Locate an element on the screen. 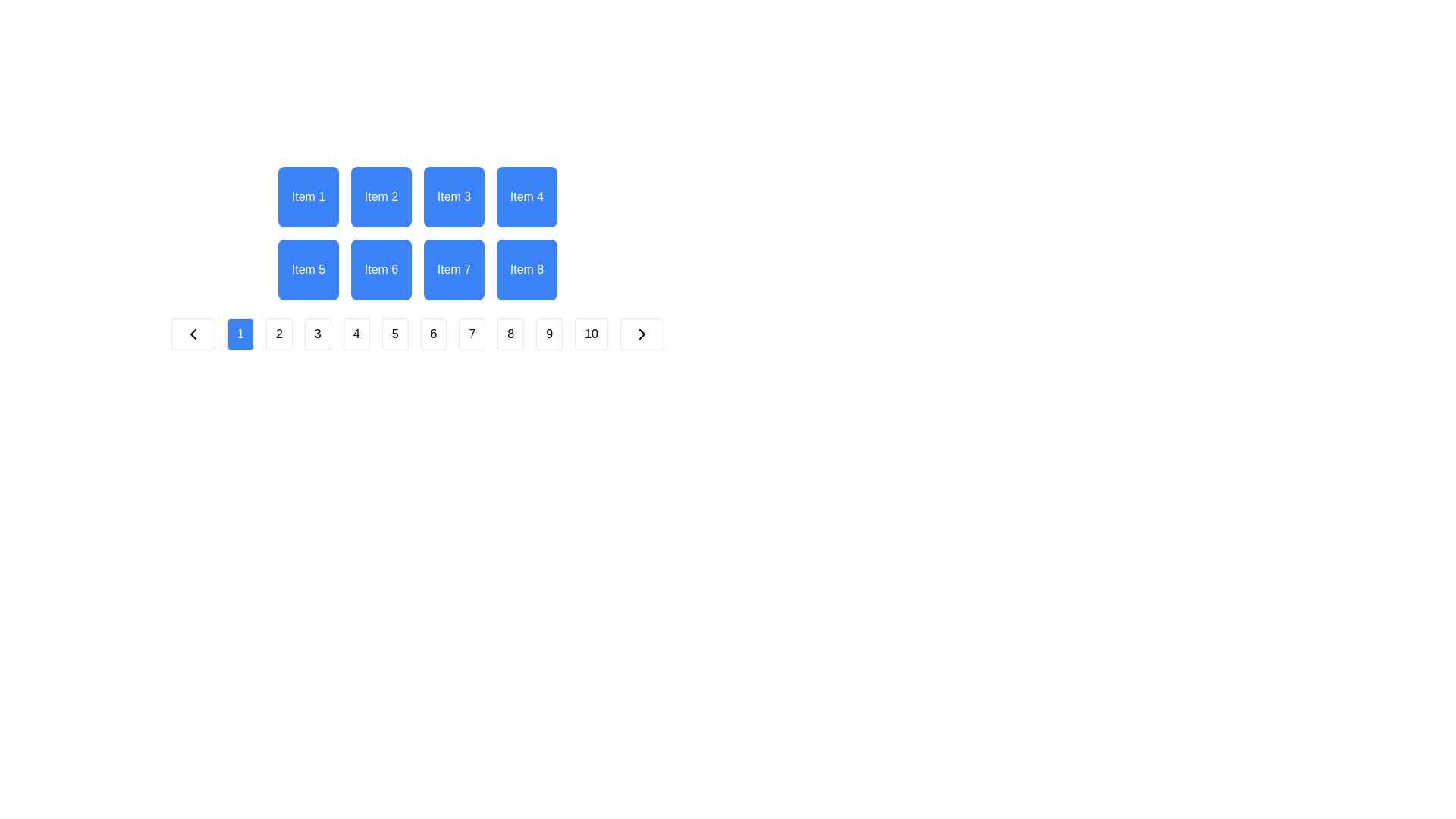 The image size is (1456, 819). the SVG chevron icon located in the pagination control area is located at coordinates (192, 333).